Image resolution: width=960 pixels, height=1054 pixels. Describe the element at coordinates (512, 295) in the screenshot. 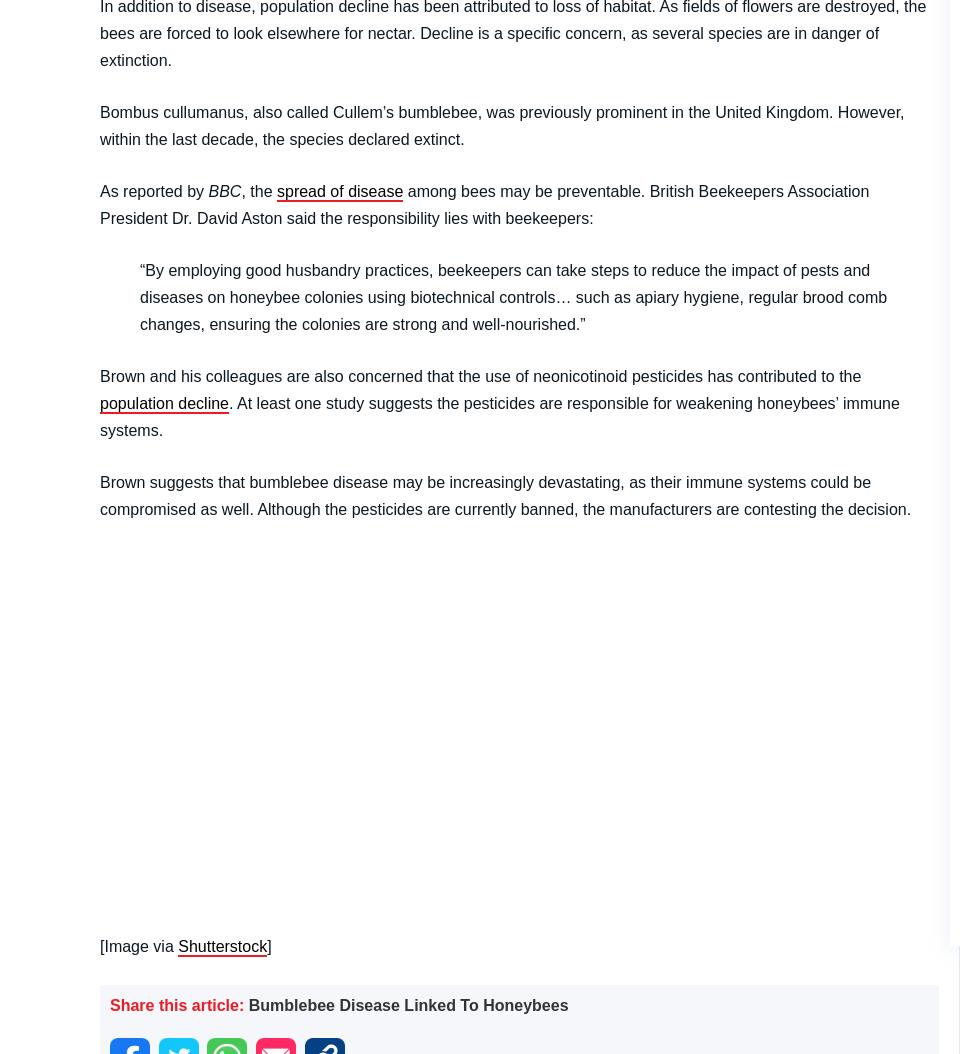

I see `'“By employing good husbandry practices, beekeepers can take steps to reduce the impact of pests and diseases on honeybee colonies using biotechnical controls… such as apiary hygiene, regular brood comb changes, ensuring the colonies are strong and well-nourished.”'` at that location.